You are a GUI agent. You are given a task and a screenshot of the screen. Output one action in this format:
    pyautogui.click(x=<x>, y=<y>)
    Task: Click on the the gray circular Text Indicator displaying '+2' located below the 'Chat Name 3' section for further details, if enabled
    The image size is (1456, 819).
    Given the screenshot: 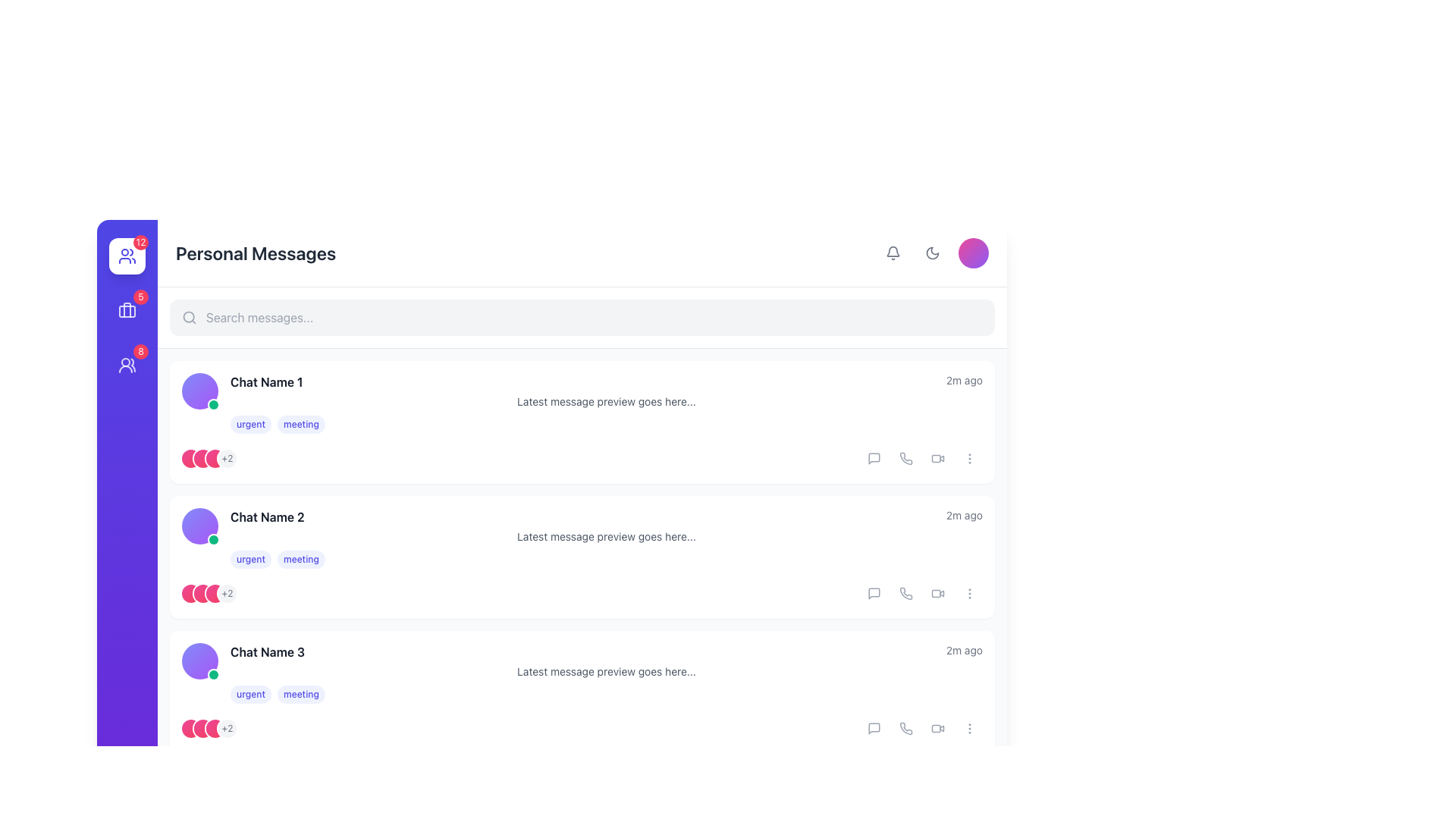 What is the action you would take?
    pyautogui.click(x=226, y=727)
    